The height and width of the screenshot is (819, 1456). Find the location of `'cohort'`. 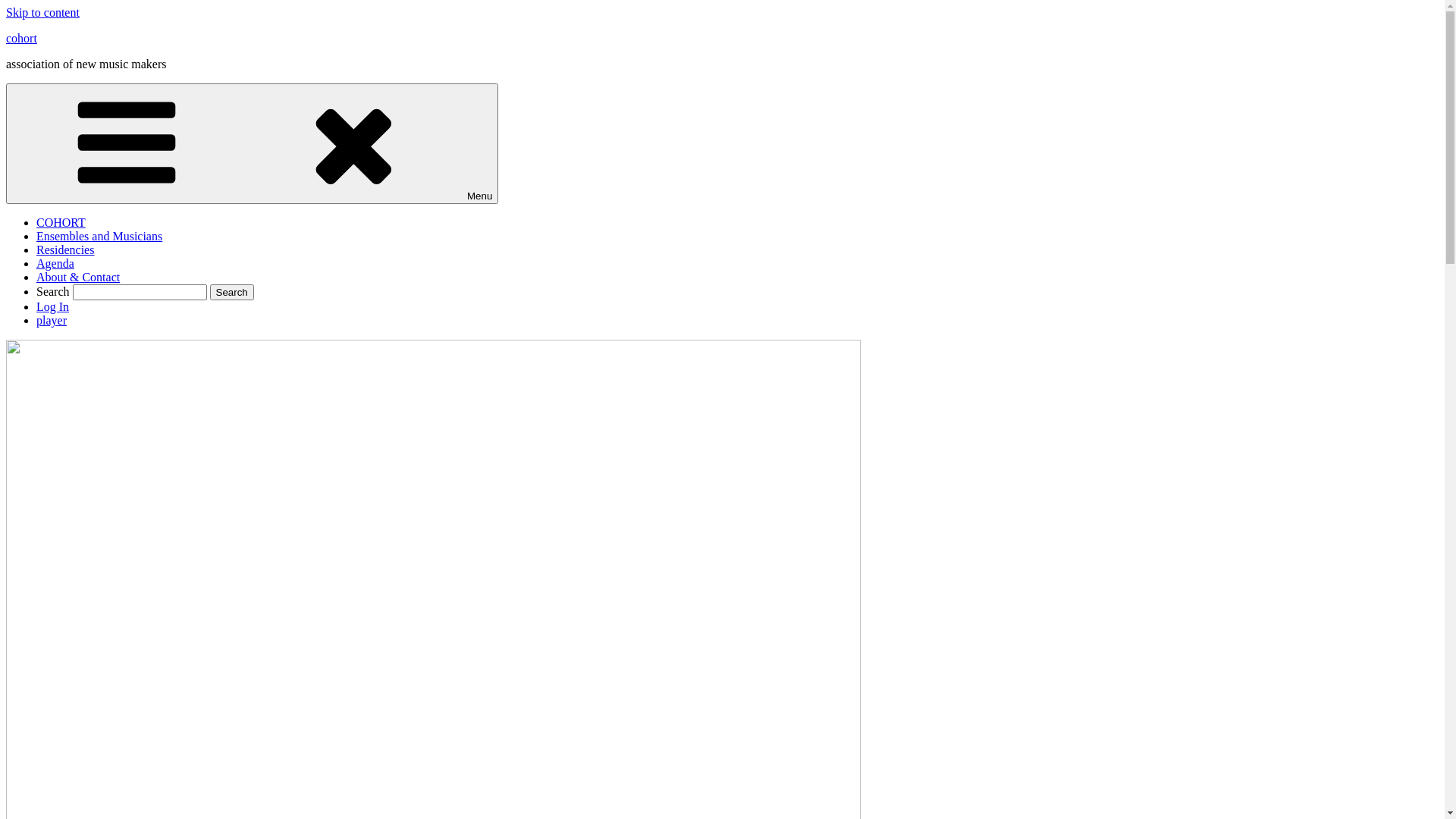

'cohort' is located at coordinates (21, 37).